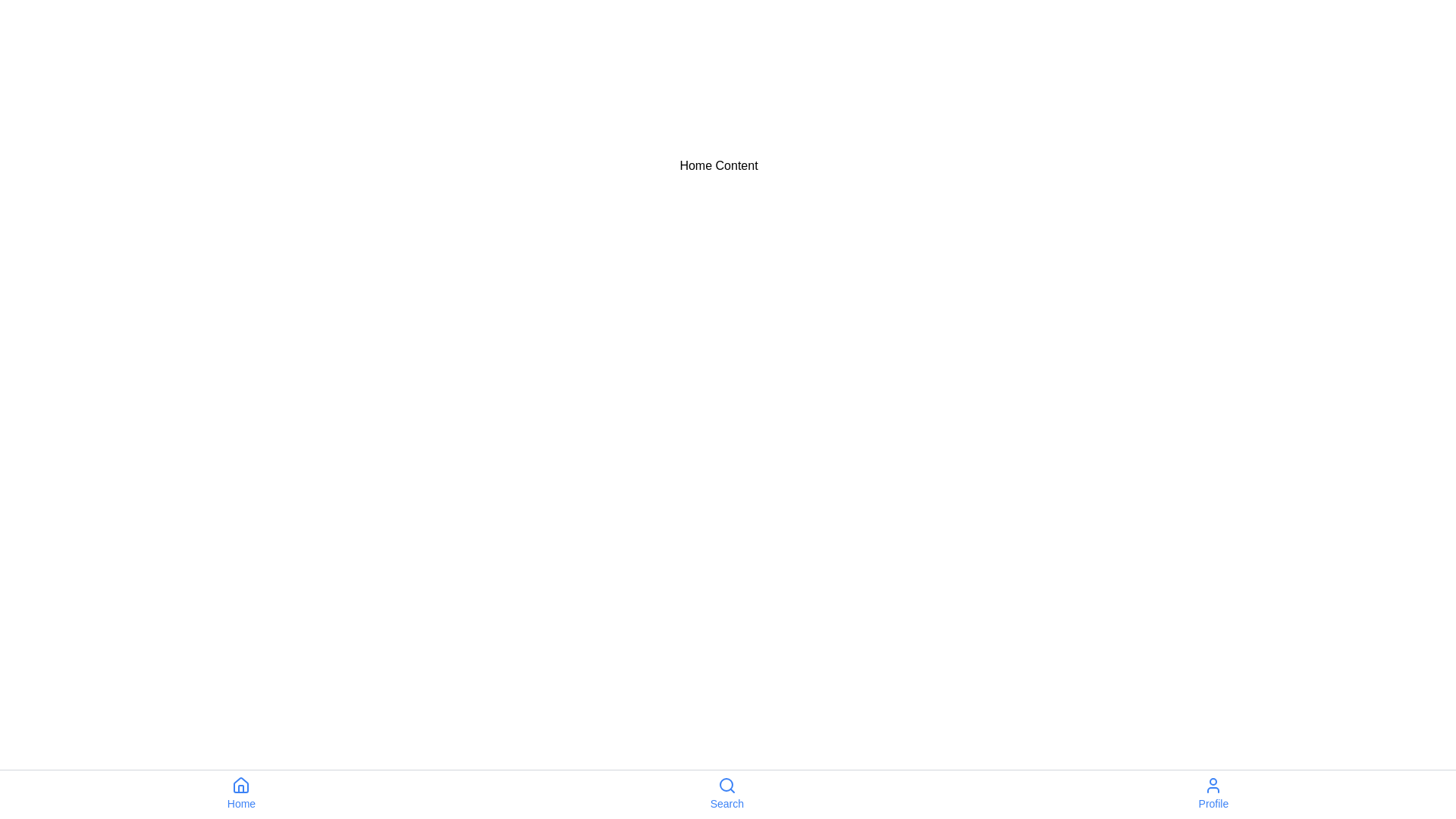 The height and width of the screenshot is (819, 1456). Describe the element at coordinates (240, 785) in the screenshot. I see `the 'Home' icon button in the bottom navigation bar` at that location.